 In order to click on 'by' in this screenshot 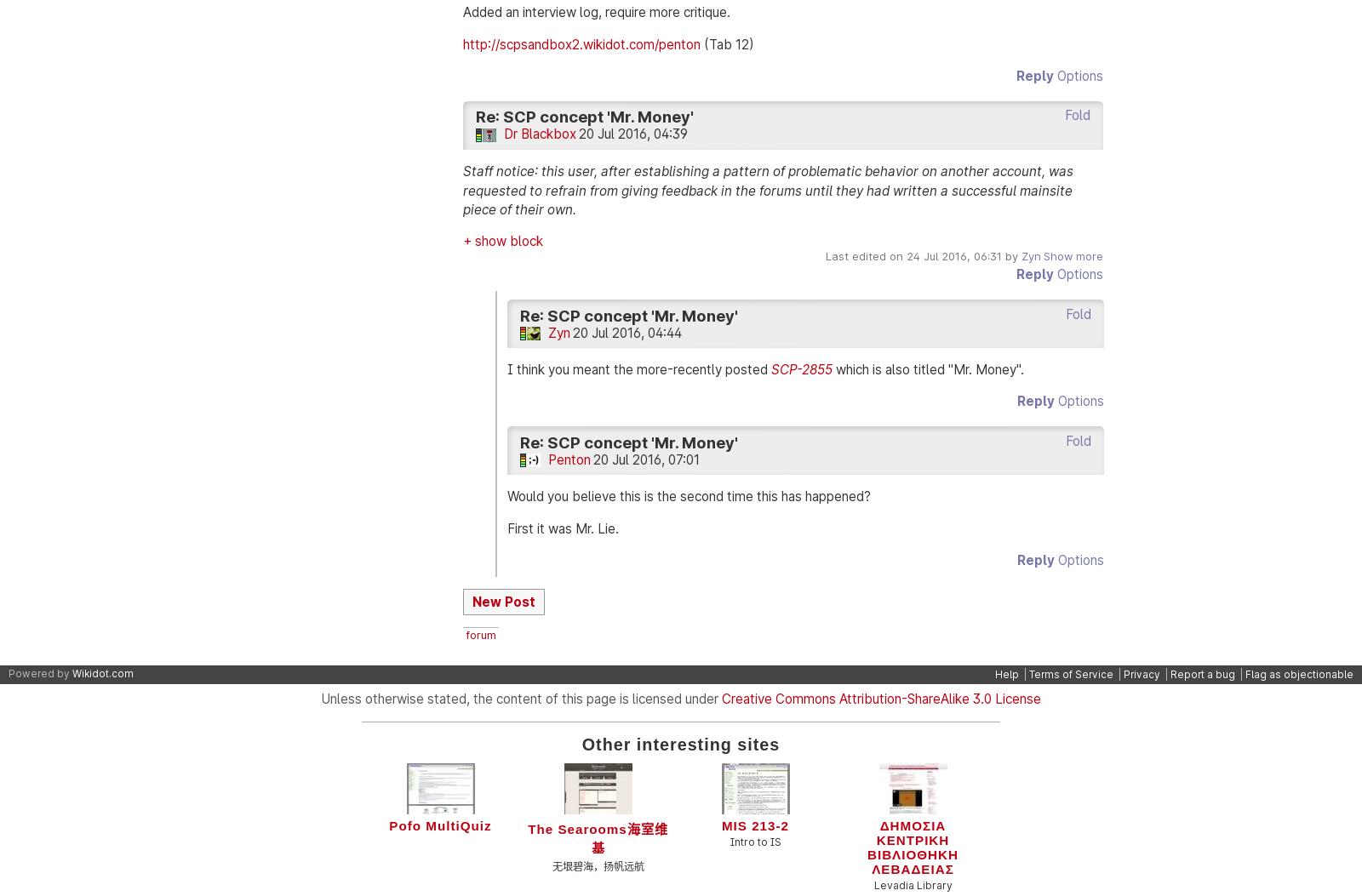, I will do `click(1011, 255)`.